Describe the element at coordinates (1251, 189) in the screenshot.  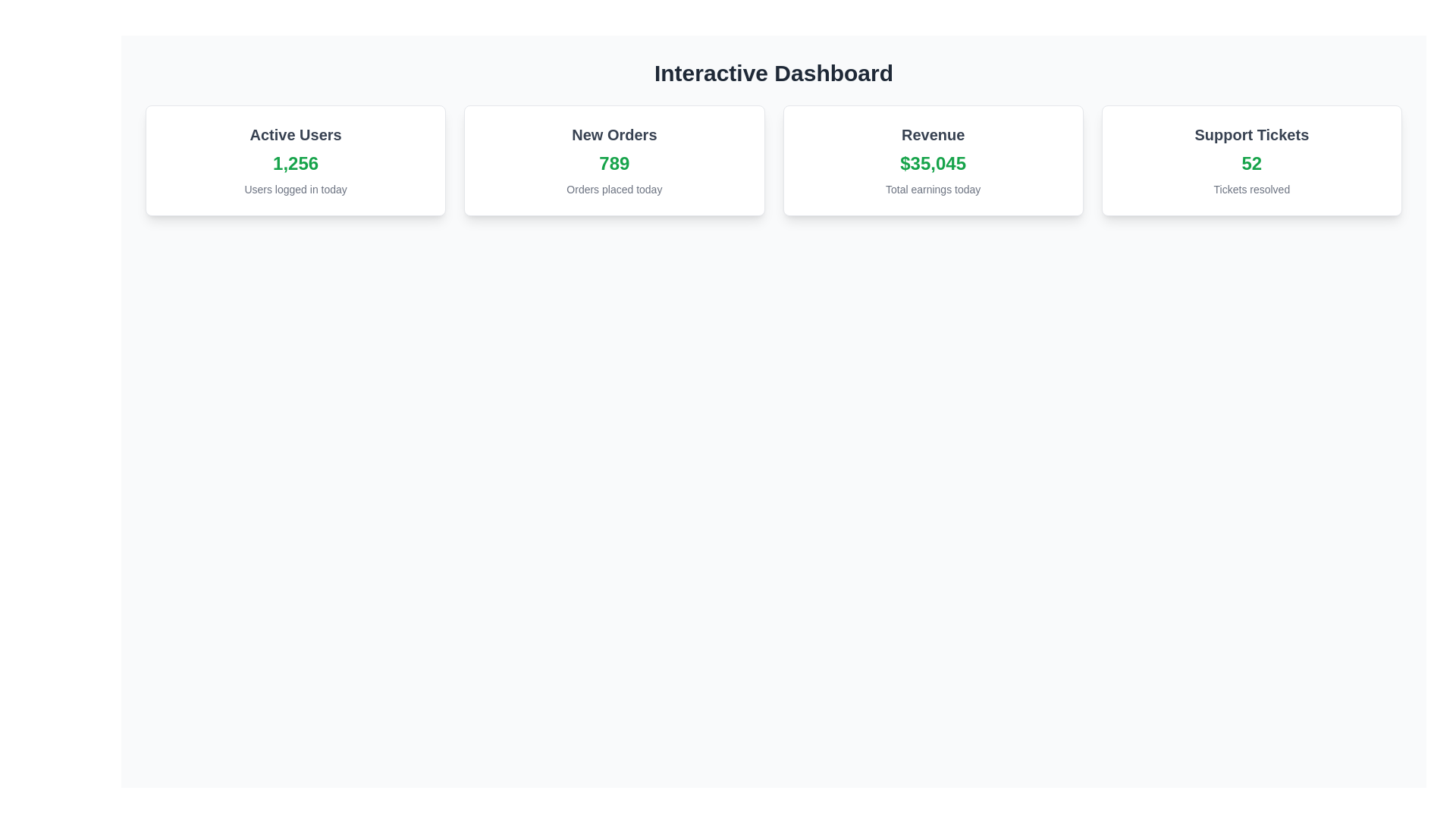
I see `the static text label reading 'Tickets resolved' located below the number '52' in the 'Support Tickets' card` at that location.